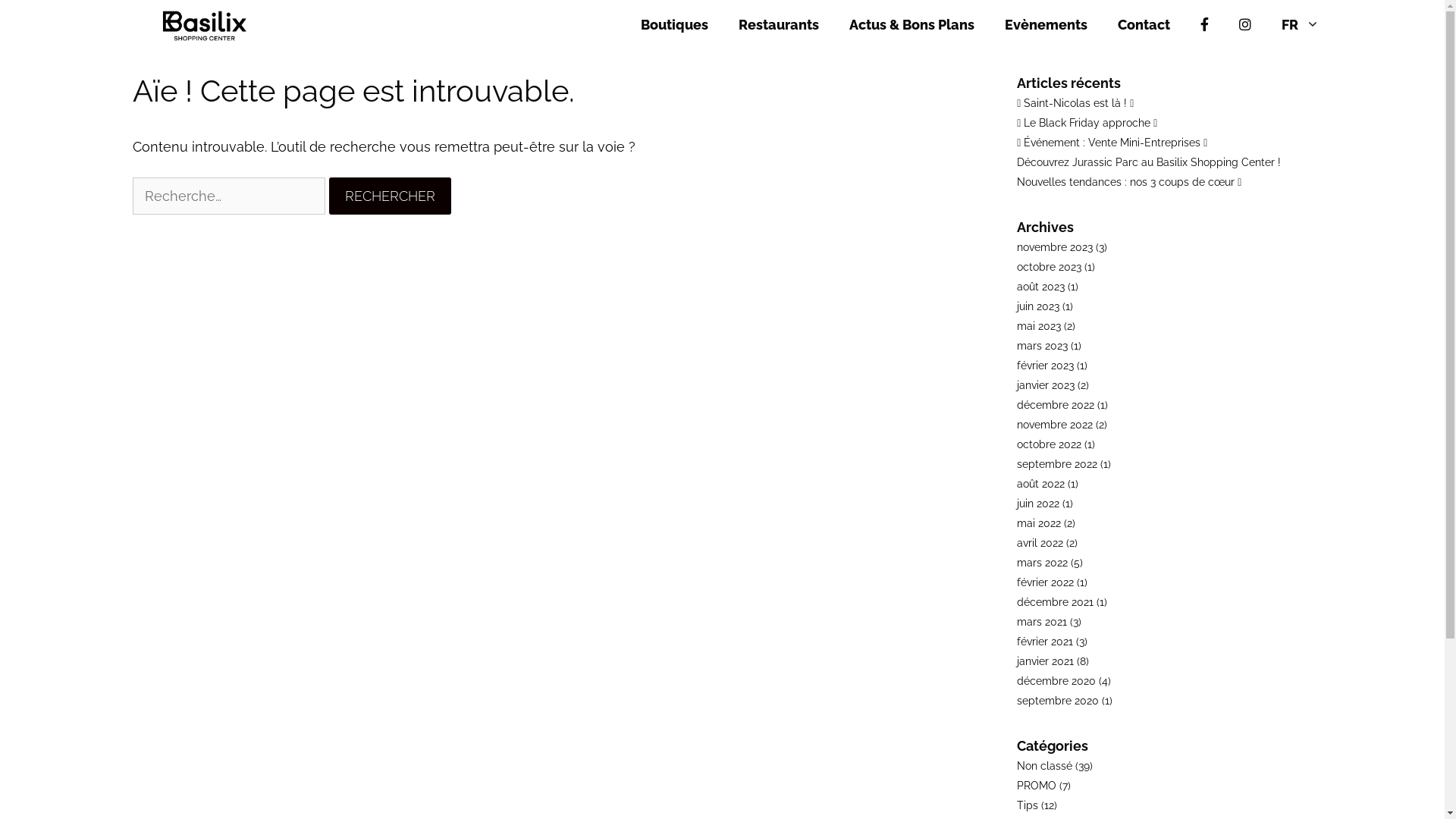  What do you see at coordinates (1037, 325) in the screenshot?
I see `'mai 2023'` at bounding box center [1037, 325].